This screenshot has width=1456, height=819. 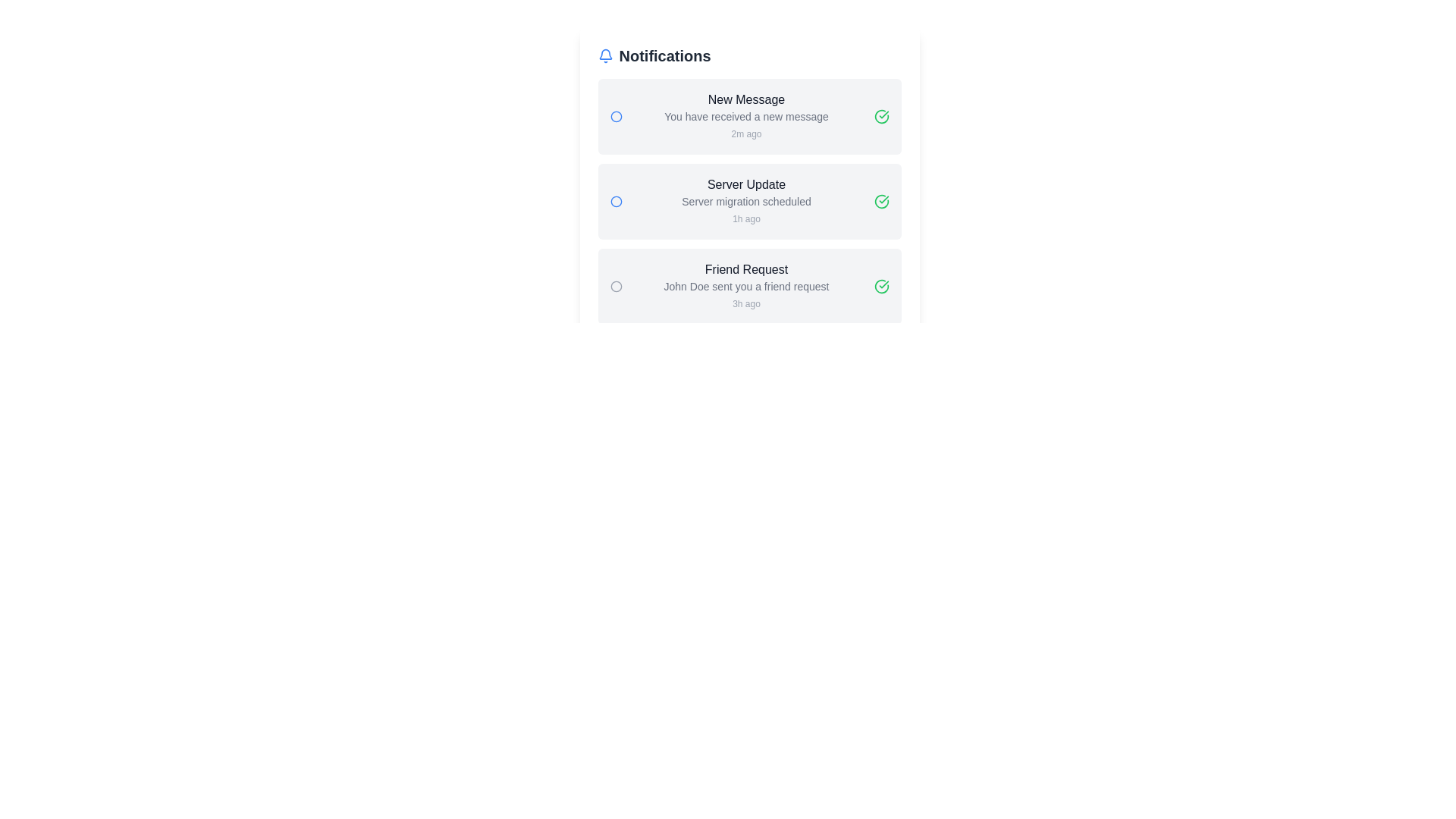 I want to click on the Notification item titled 'Server Update' which is the second in a vertical list of notifications, so click(x=746, y=201).